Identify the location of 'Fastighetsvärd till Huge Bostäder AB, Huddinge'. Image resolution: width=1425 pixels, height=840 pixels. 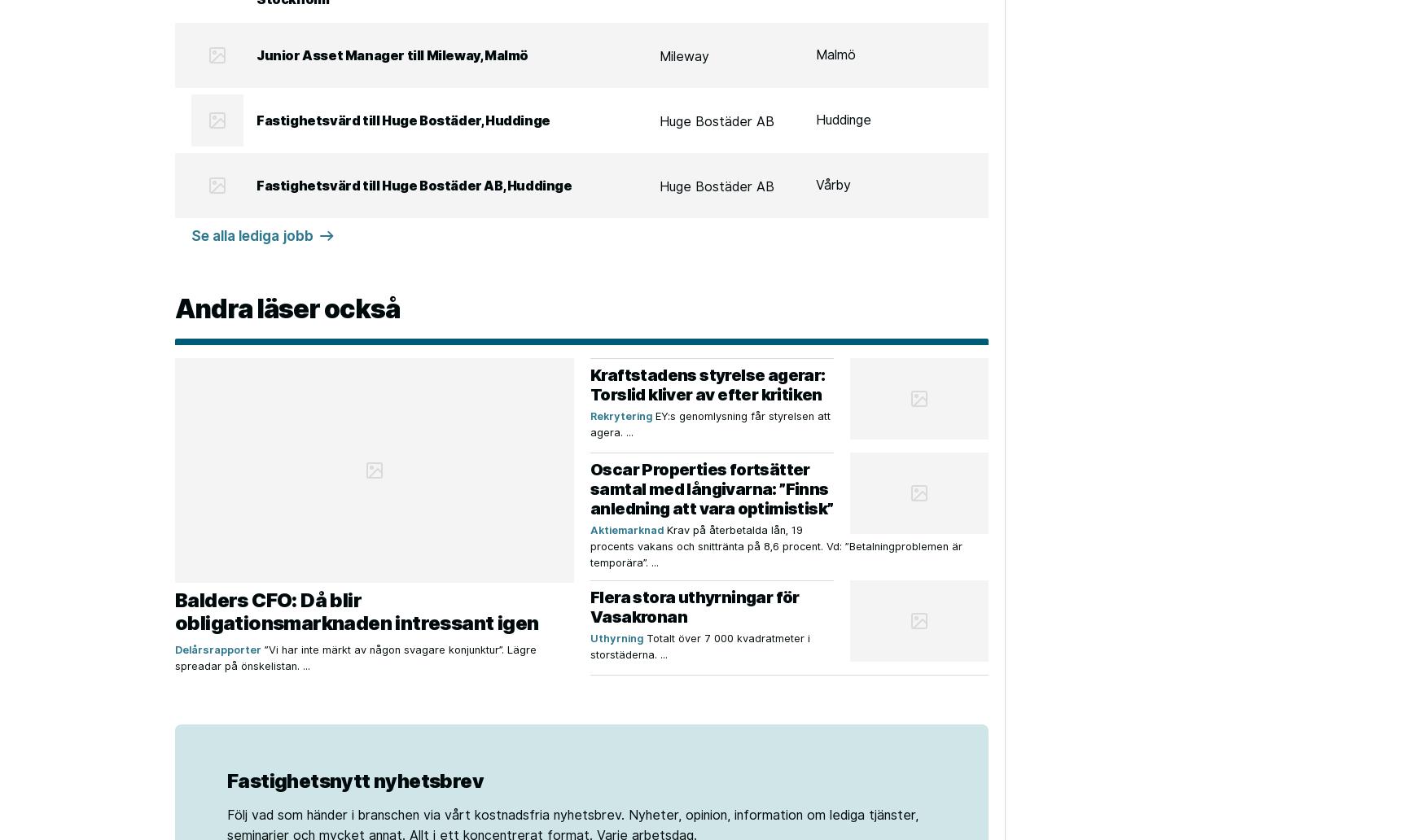
(413, 184).